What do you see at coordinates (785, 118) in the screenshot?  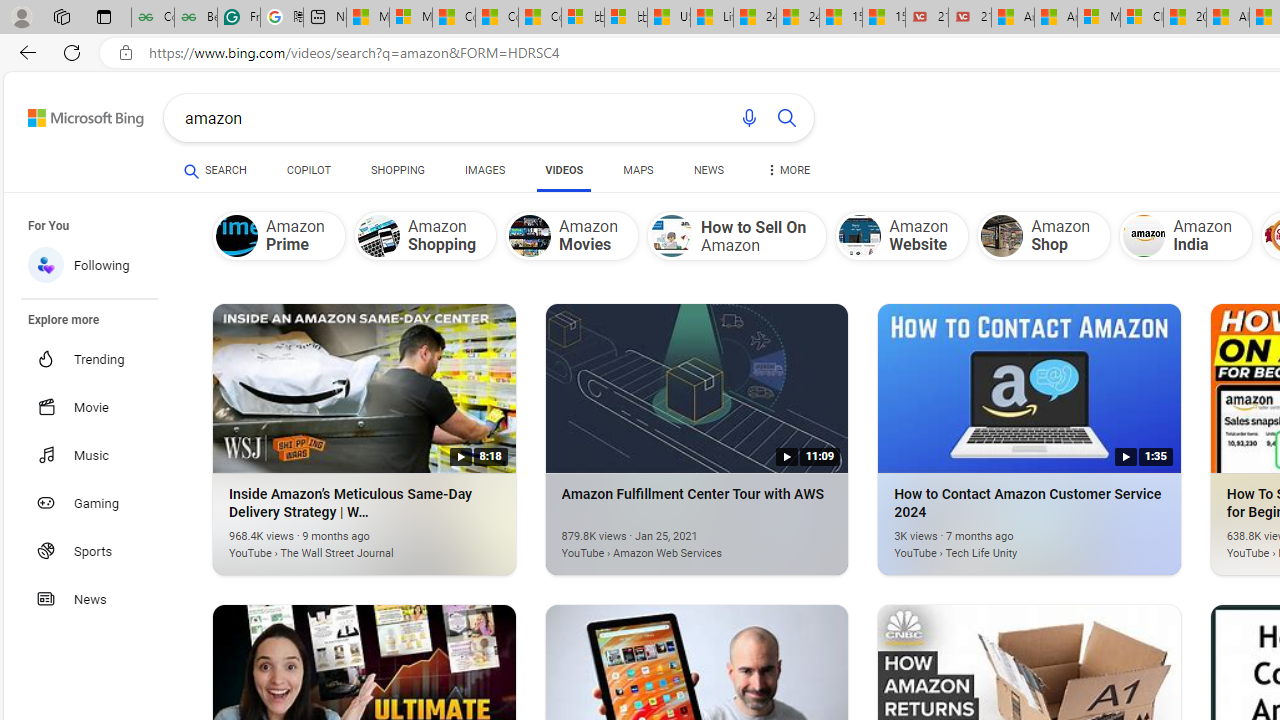 I see `'Search button'` at bounding box center [785, 118].